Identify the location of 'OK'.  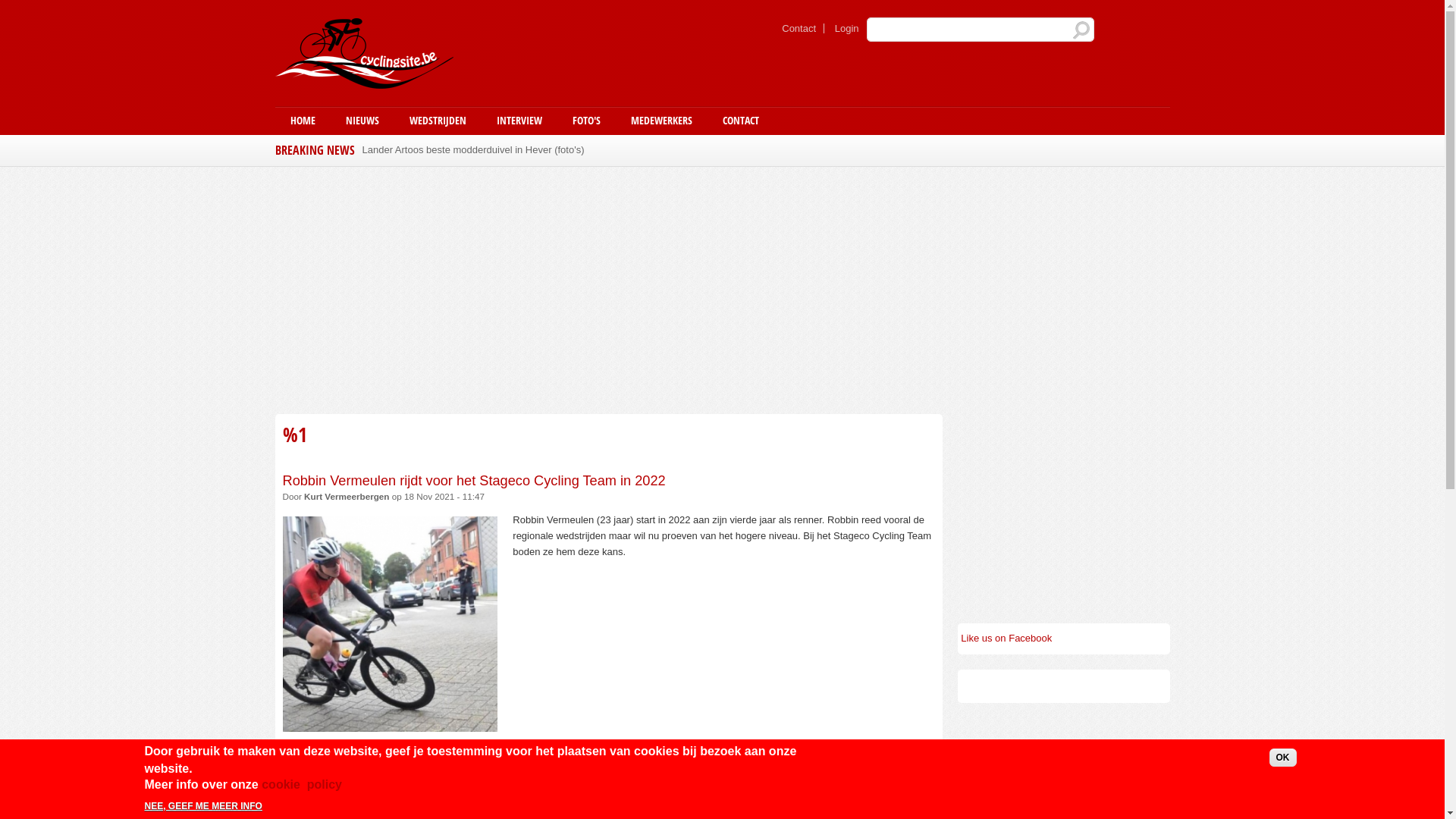
(1282, 758).